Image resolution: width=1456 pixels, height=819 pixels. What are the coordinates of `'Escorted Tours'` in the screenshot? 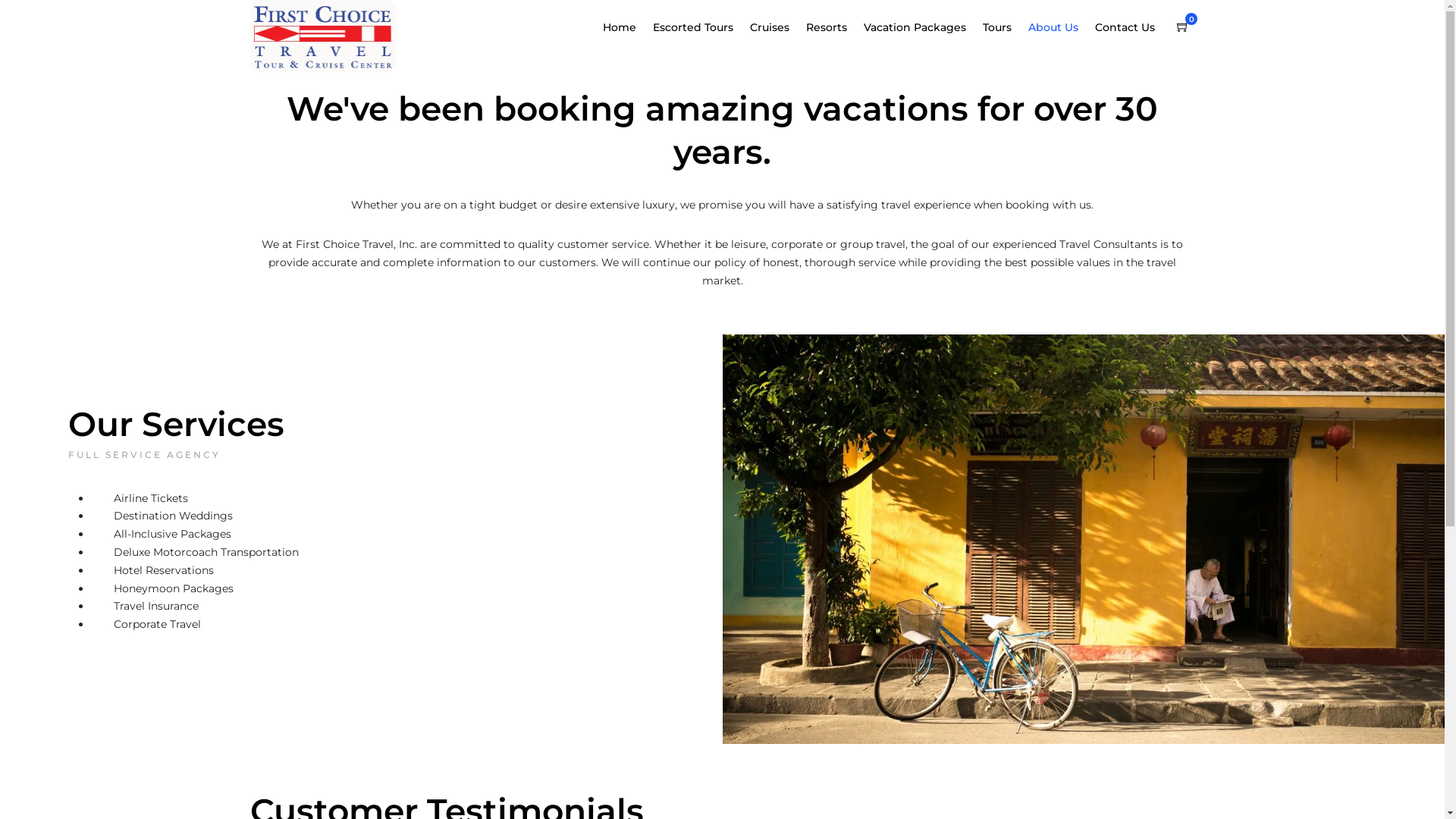 It's located at (698, 28).